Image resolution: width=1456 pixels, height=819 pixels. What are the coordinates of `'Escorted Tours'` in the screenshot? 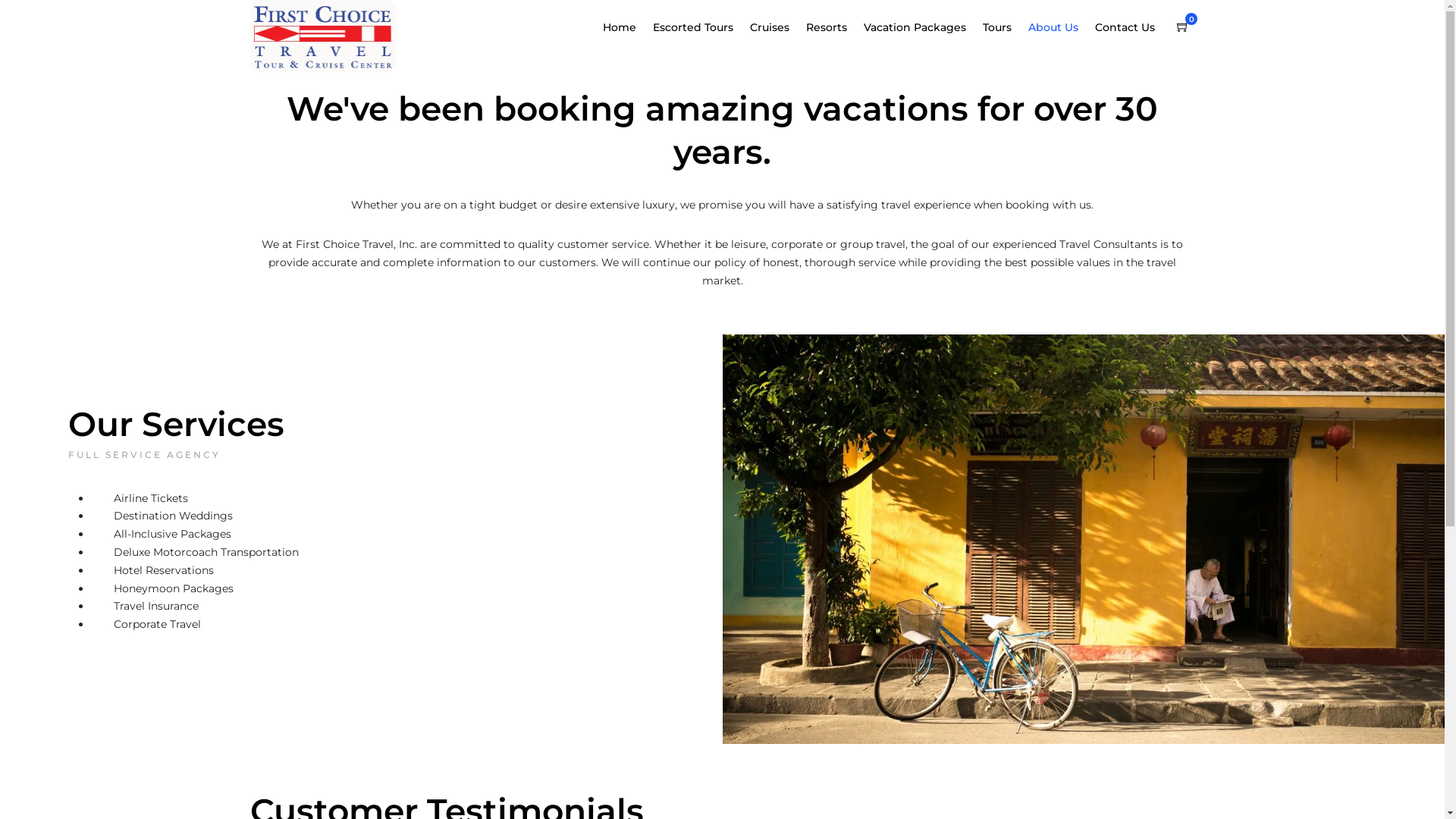 It's located at (698, 28).